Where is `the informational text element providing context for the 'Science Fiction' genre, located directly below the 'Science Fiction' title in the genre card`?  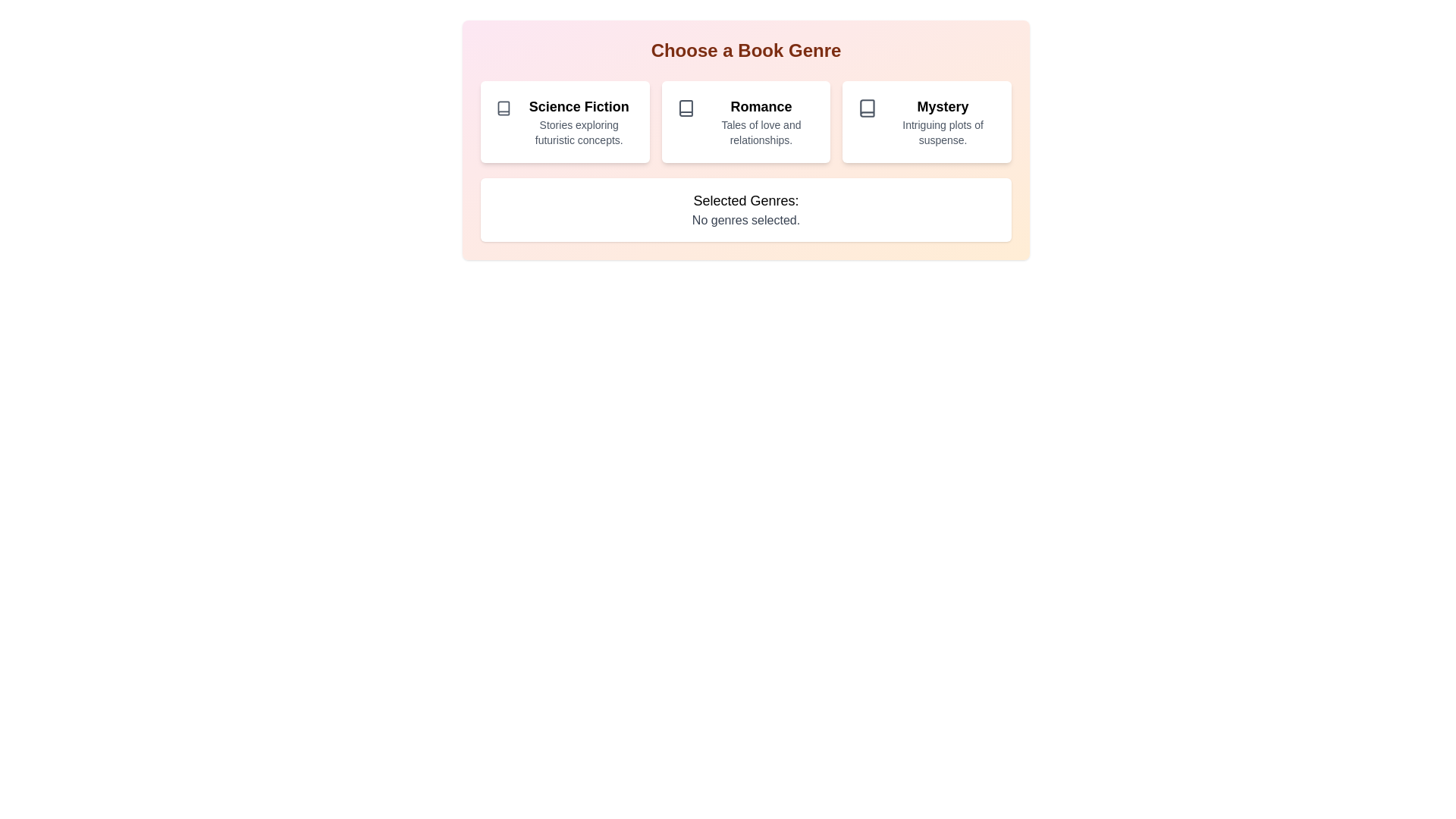 the informational text element providing context for the 'Science Fiction' genre, located directly below the 'Science Fiction' title in the genre card is located at coordinates (578, 131).